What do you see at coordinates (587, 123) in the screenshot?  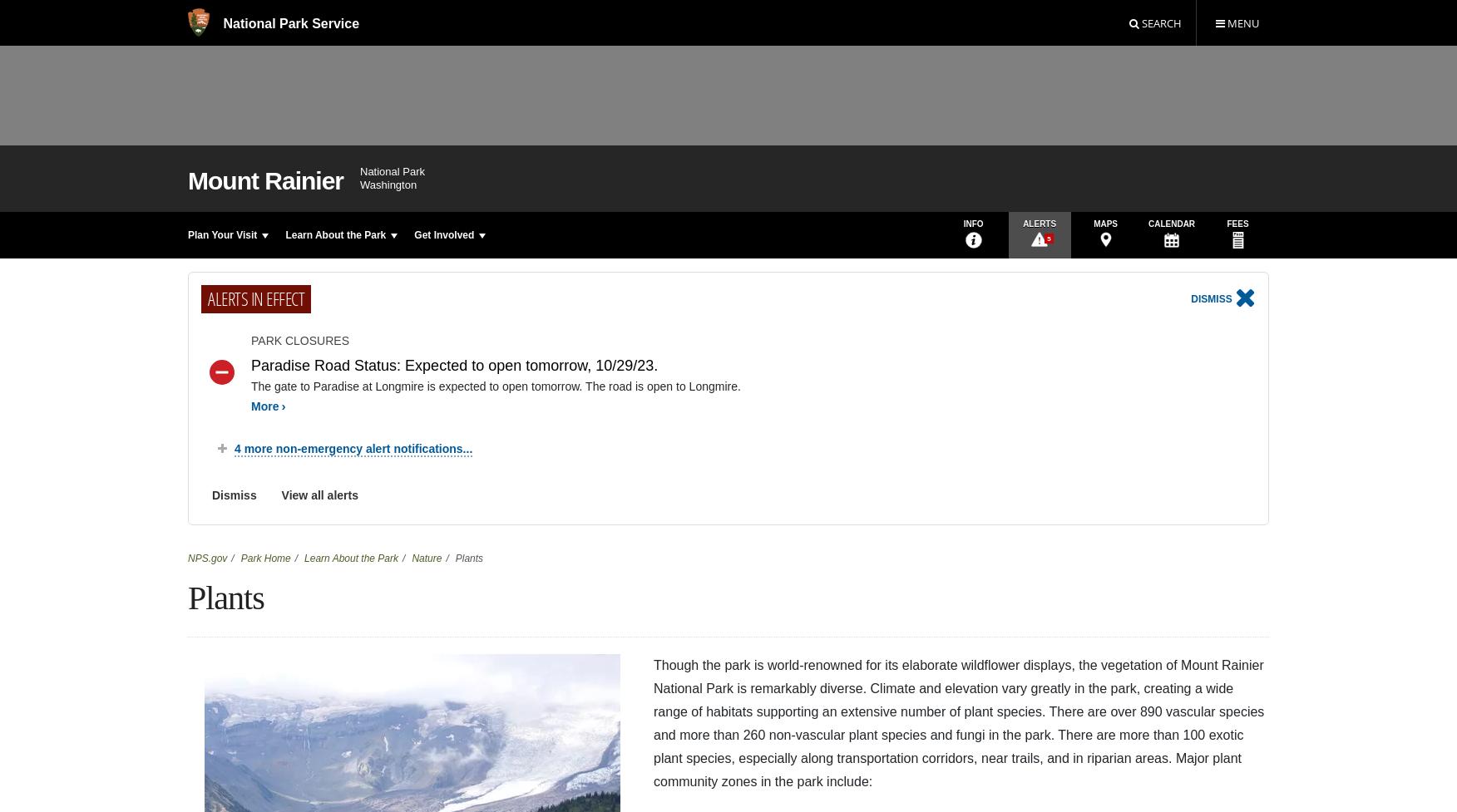 I see `'Pojar, Jim and Andy MacKinnon. "Revised Plants of the Pacific Northwest Coast." Vancouver: Lone Pine Publishing, 1994, revised 2004.'` at bounding box center [587, 123].